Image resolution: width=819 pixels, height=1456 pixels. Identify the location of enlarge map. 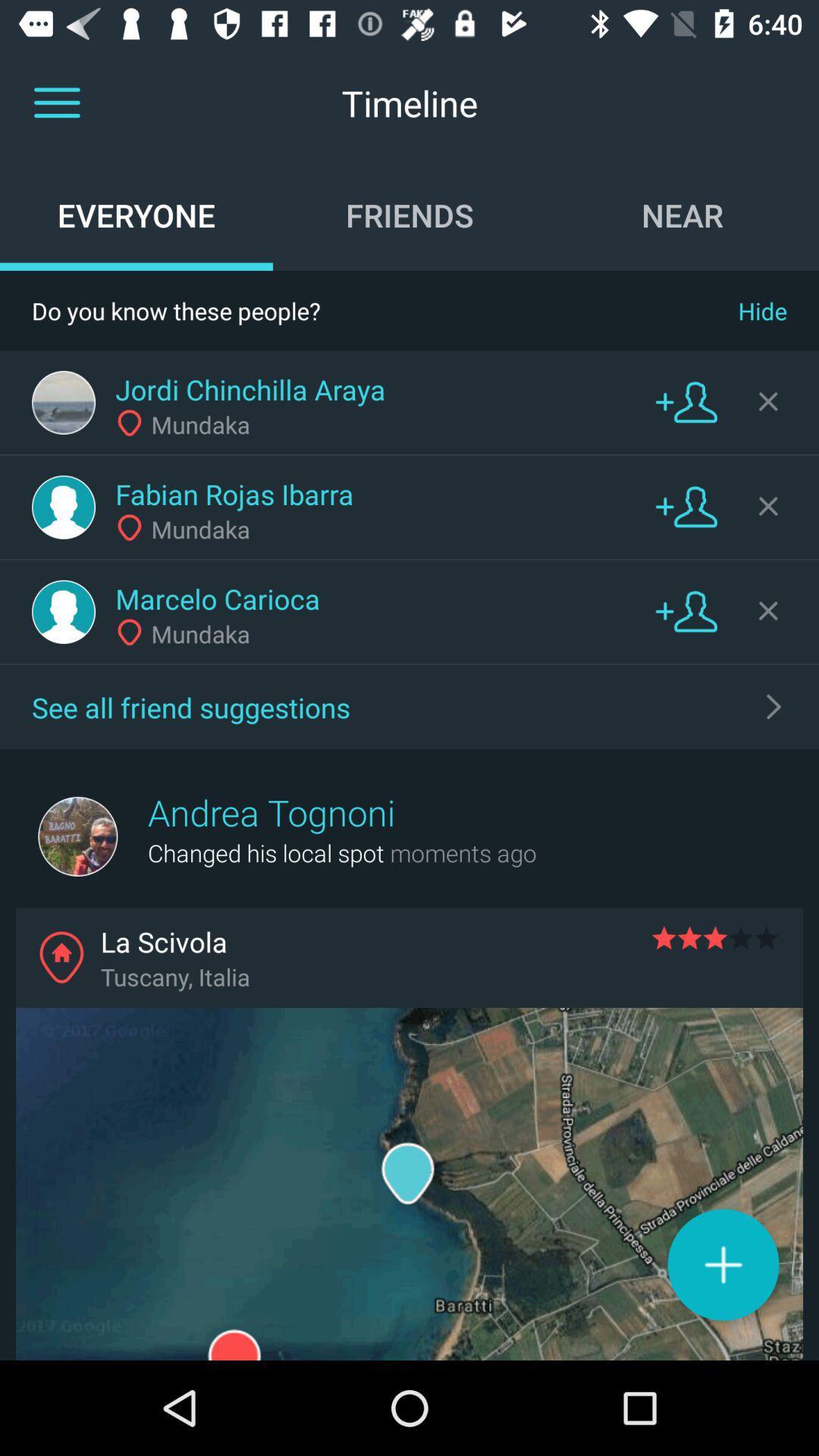
(409, 1183).